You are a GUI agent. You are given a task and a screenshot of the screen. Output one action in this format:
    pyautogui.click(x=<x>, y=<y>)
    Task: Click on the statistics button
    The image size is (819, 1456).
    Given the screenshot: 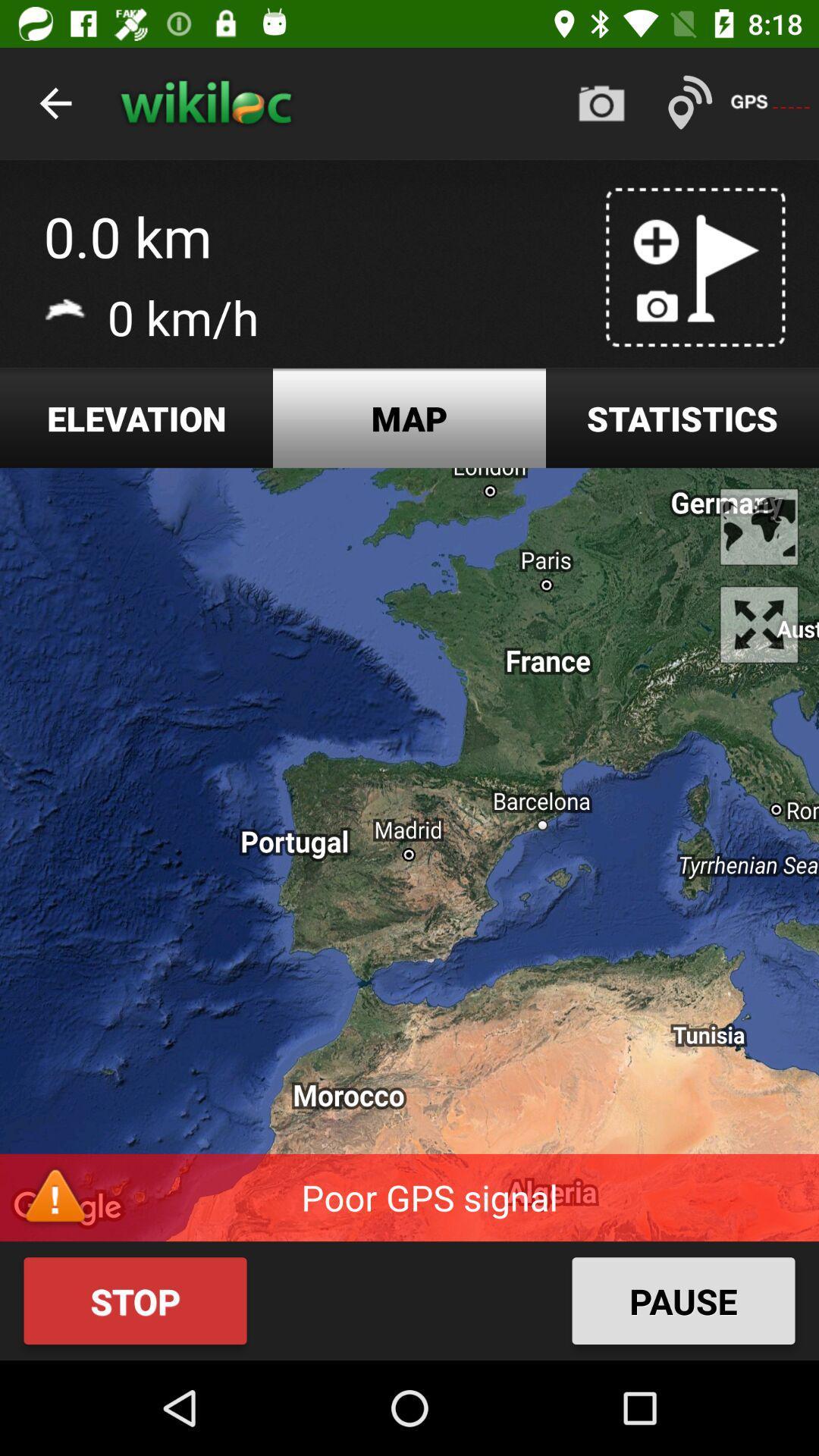 What is the action you would take?
    pyautogui.click(x=681, y=418)
    